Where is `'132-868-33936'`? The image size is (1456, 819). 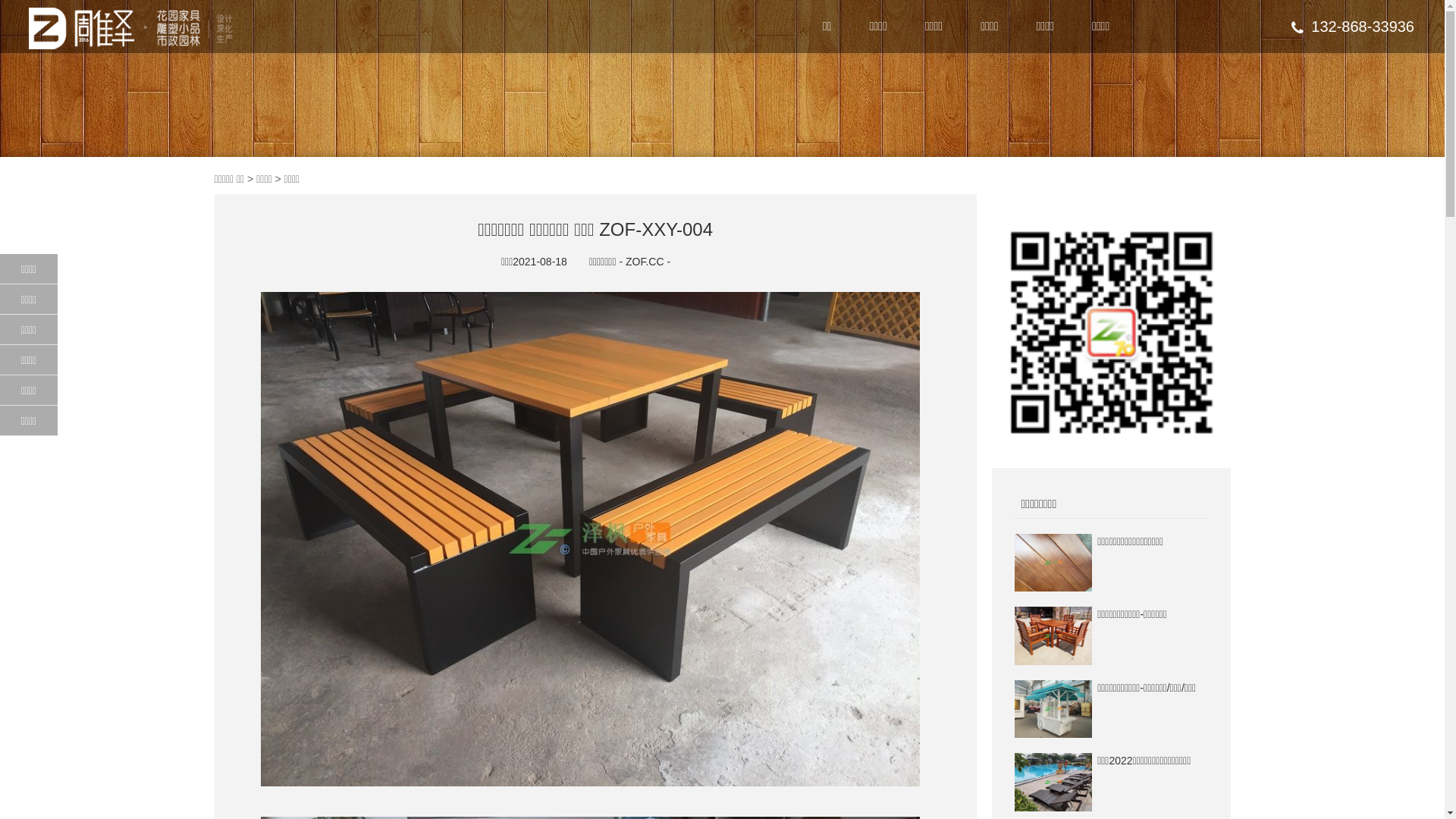 '132-868-33936' is located at coordinates (1353, 26).